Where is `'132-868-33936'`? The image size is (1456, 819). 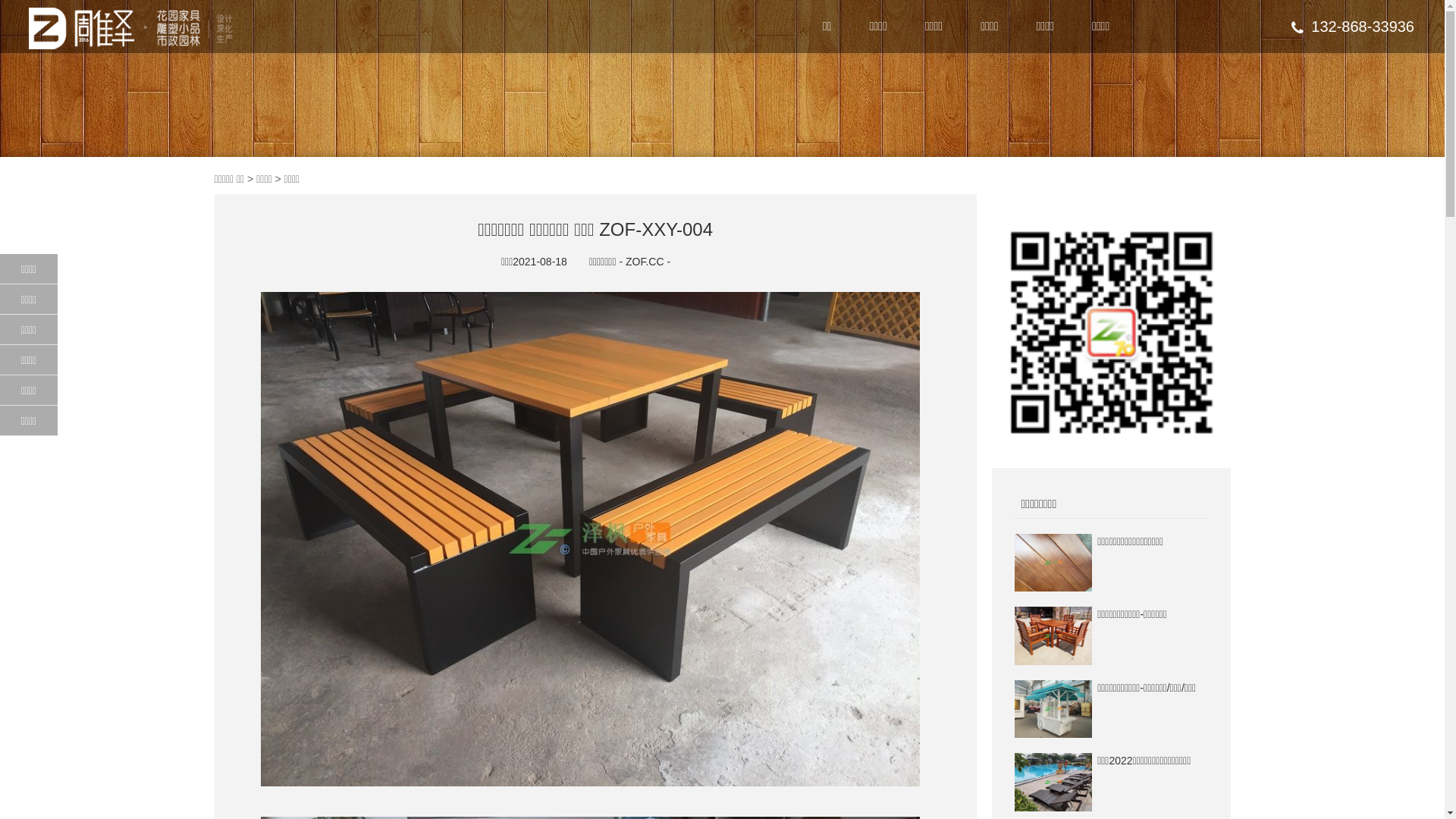 '132-868-33936' is located at coordinates (1353, 26).